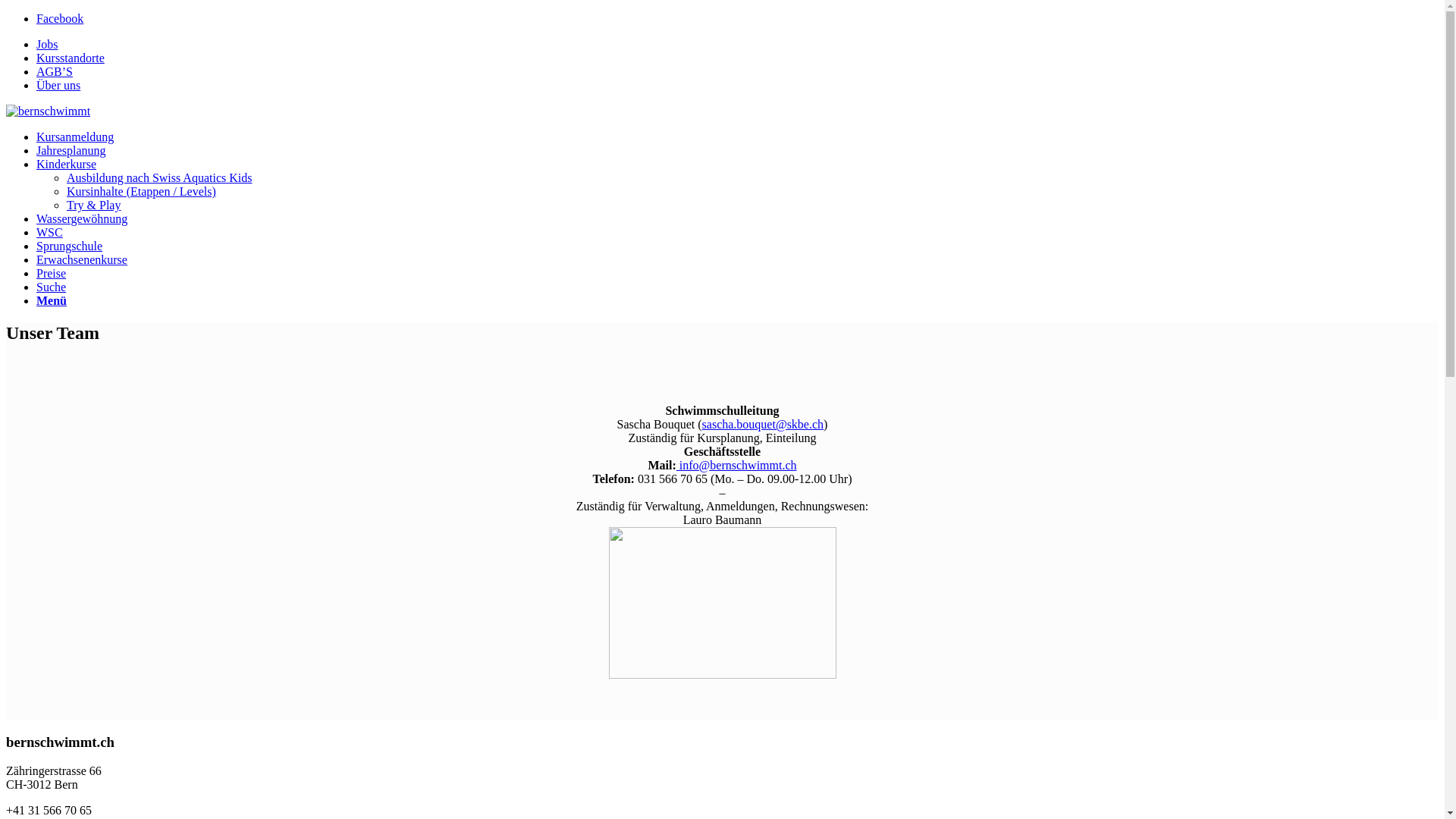 The image size is (1456, 819). I want to click on 'Kursanmeldung', so click(74, 136).